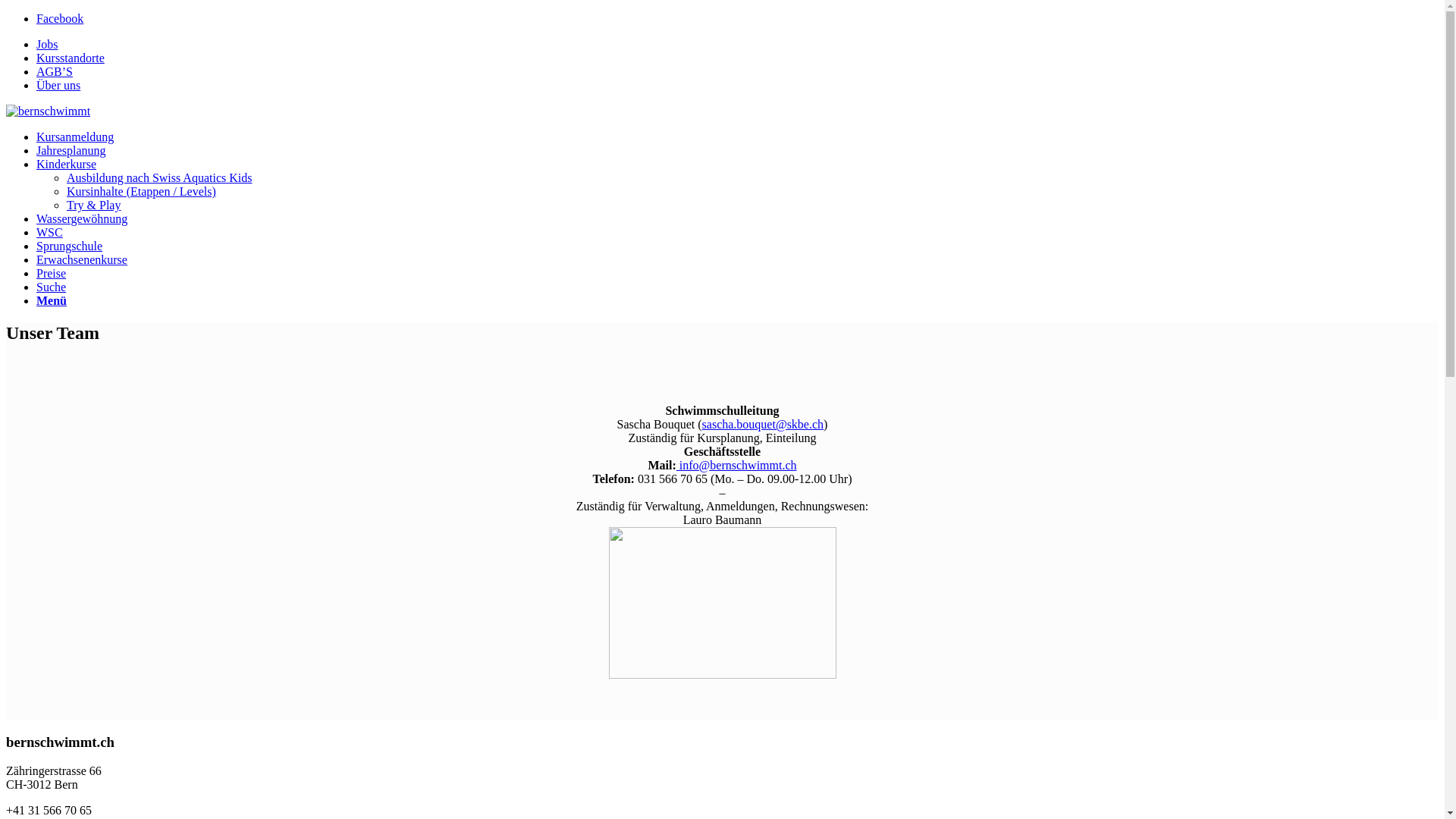 The image size is (1456, 819). I want to click on 'Kursanmeldung', so click(74, 136).